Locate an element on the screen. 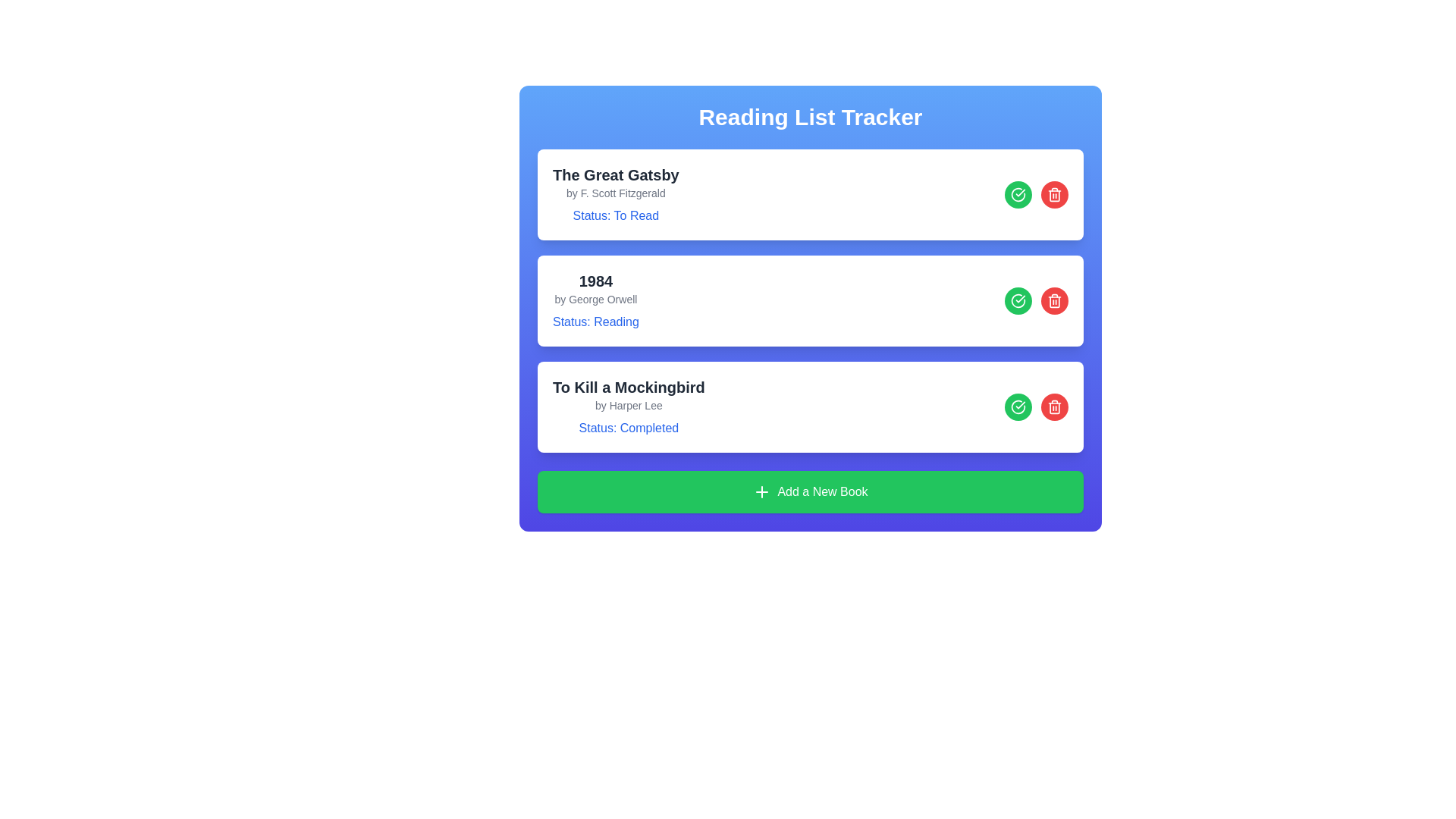  the completion status icon located in the third book card, which is represented as an SVG element is located at coordinates (1018, 406).